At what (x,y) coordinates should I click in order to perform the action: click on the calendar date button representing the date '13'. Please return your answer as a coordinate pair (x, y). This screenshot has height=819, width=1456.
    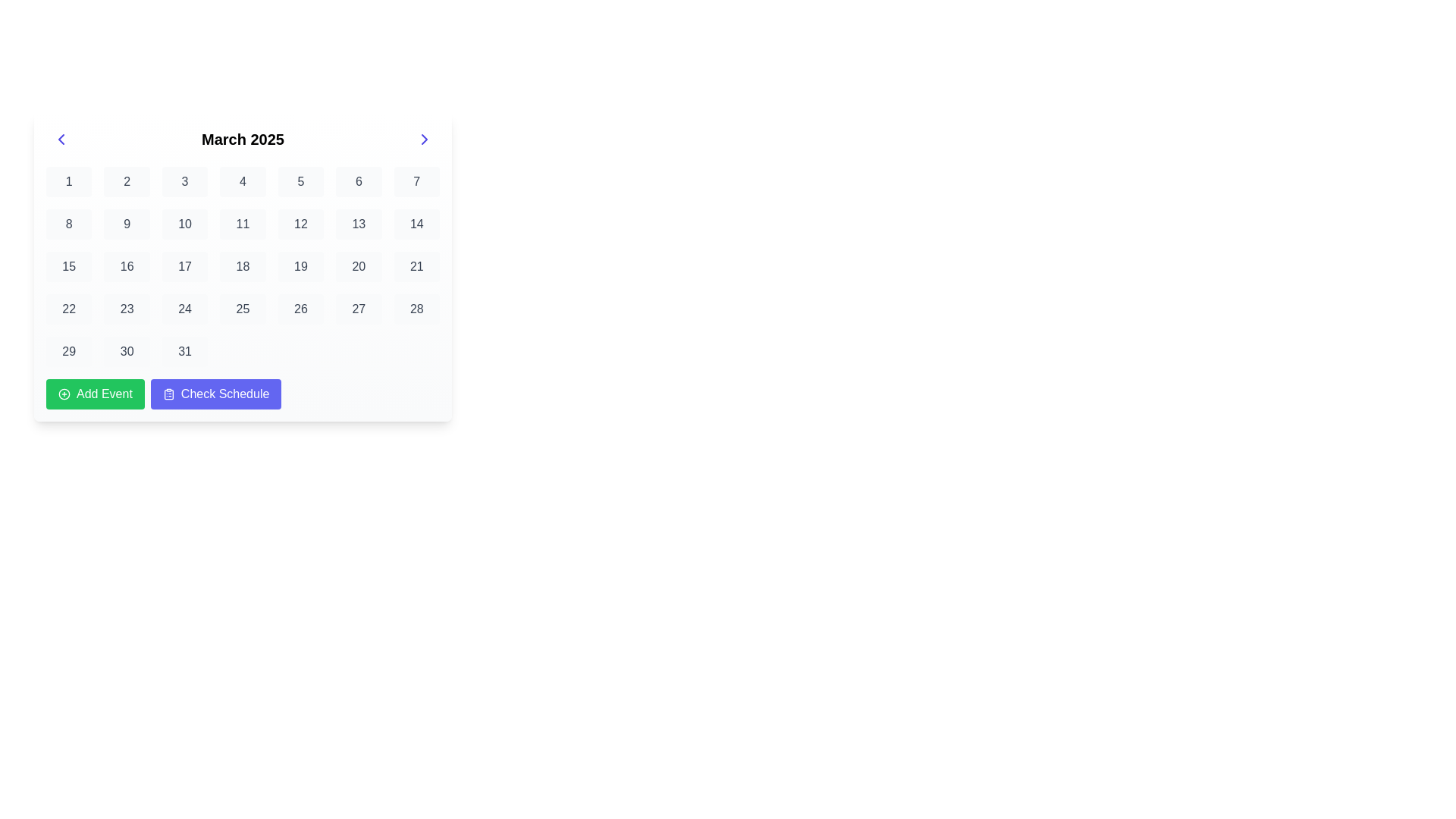
    Looking at the image, I should click on (358, 224).